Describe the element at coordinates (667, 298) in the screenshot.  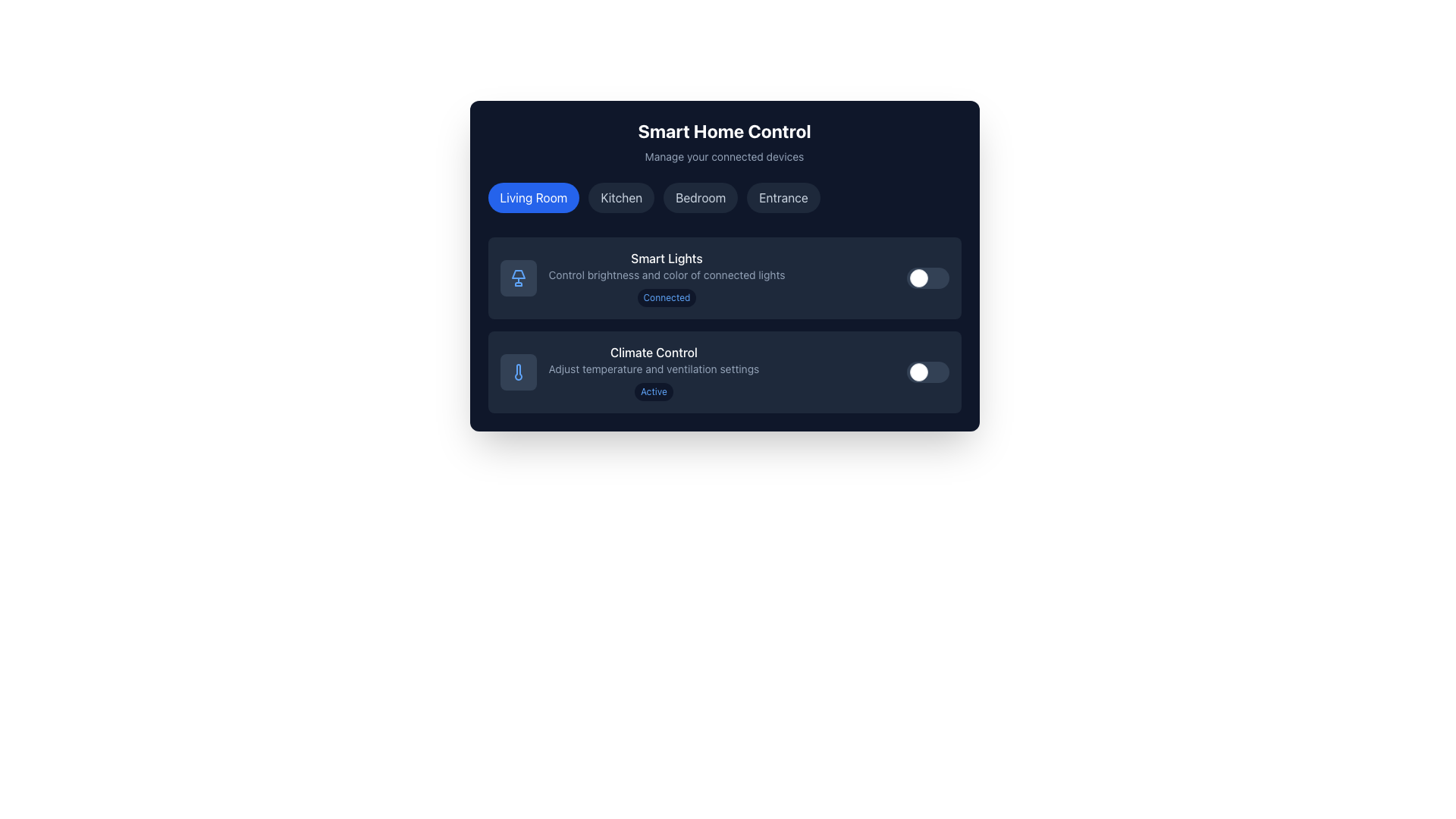
I see `the Badge label indicating the connection status of the 'Smart Lights' device, which shows that it is currently connected` at that location.